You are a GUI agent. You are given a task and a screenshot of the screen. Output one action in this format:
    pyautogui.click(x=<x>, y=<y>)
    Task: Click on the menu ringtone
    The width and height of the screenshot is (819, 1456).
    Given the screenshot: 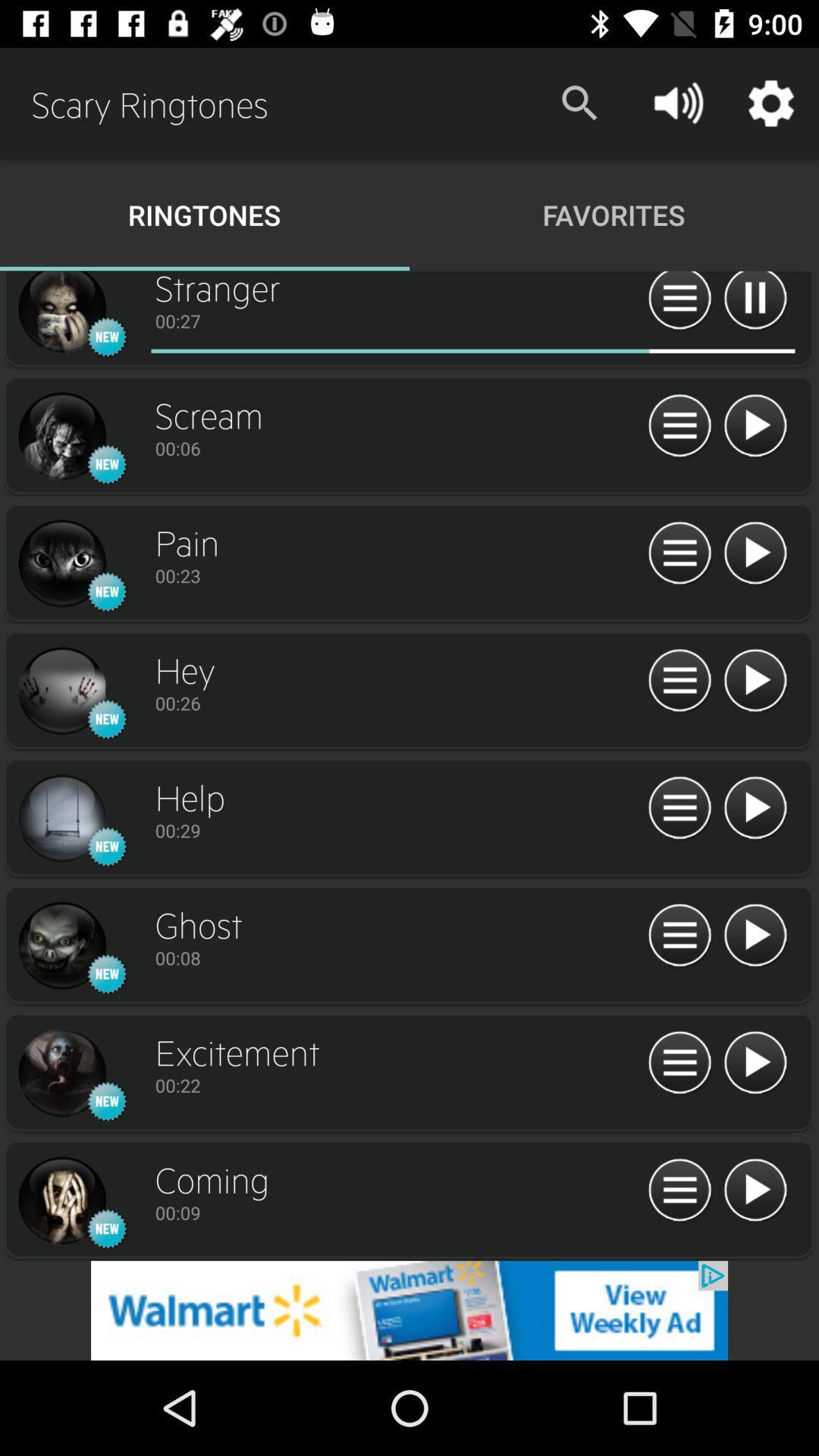 What is the action you would take?
    pyautogui.click(x=679, y=553)
    